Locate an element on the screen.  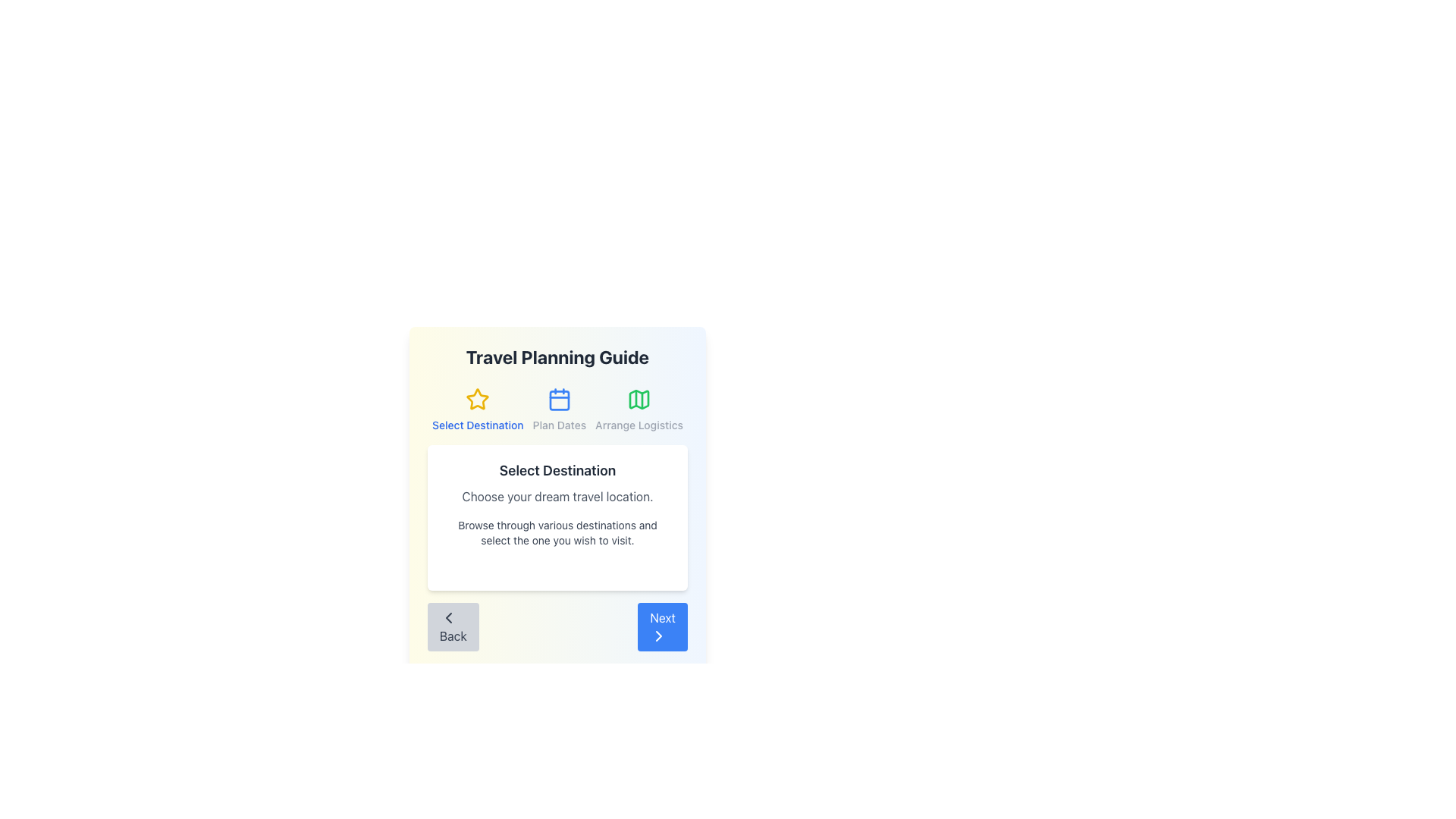
the second icon button from the left within the 'Plan Dates' navigation option is located at coordinates (558, 399).